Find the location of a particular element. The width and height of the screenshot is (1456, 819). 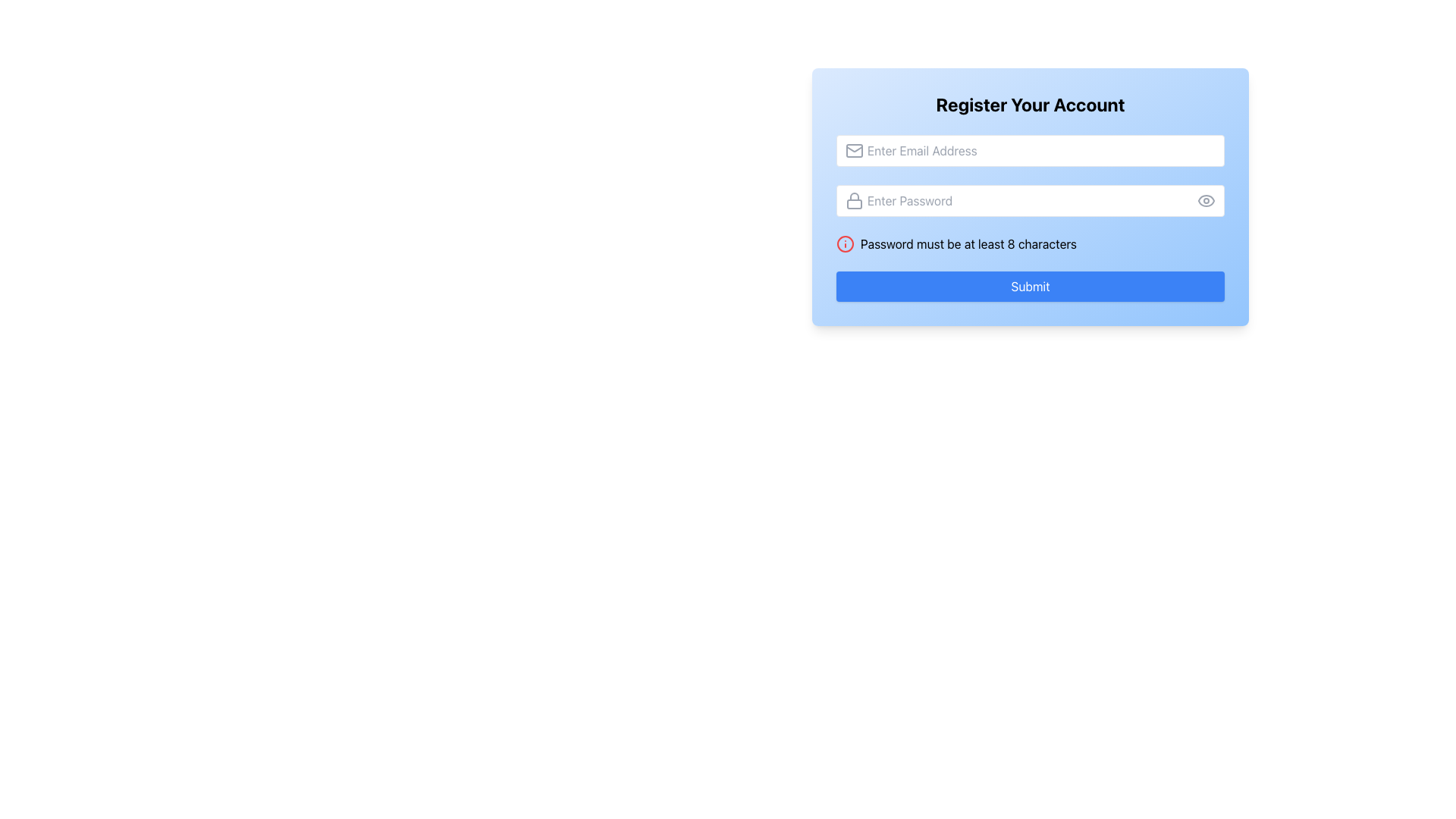

the small horizontal rectangular shape with rounded corners inside the gray lock icon preceding the 'Enter Password' input field is located at coordinates (855, 203).